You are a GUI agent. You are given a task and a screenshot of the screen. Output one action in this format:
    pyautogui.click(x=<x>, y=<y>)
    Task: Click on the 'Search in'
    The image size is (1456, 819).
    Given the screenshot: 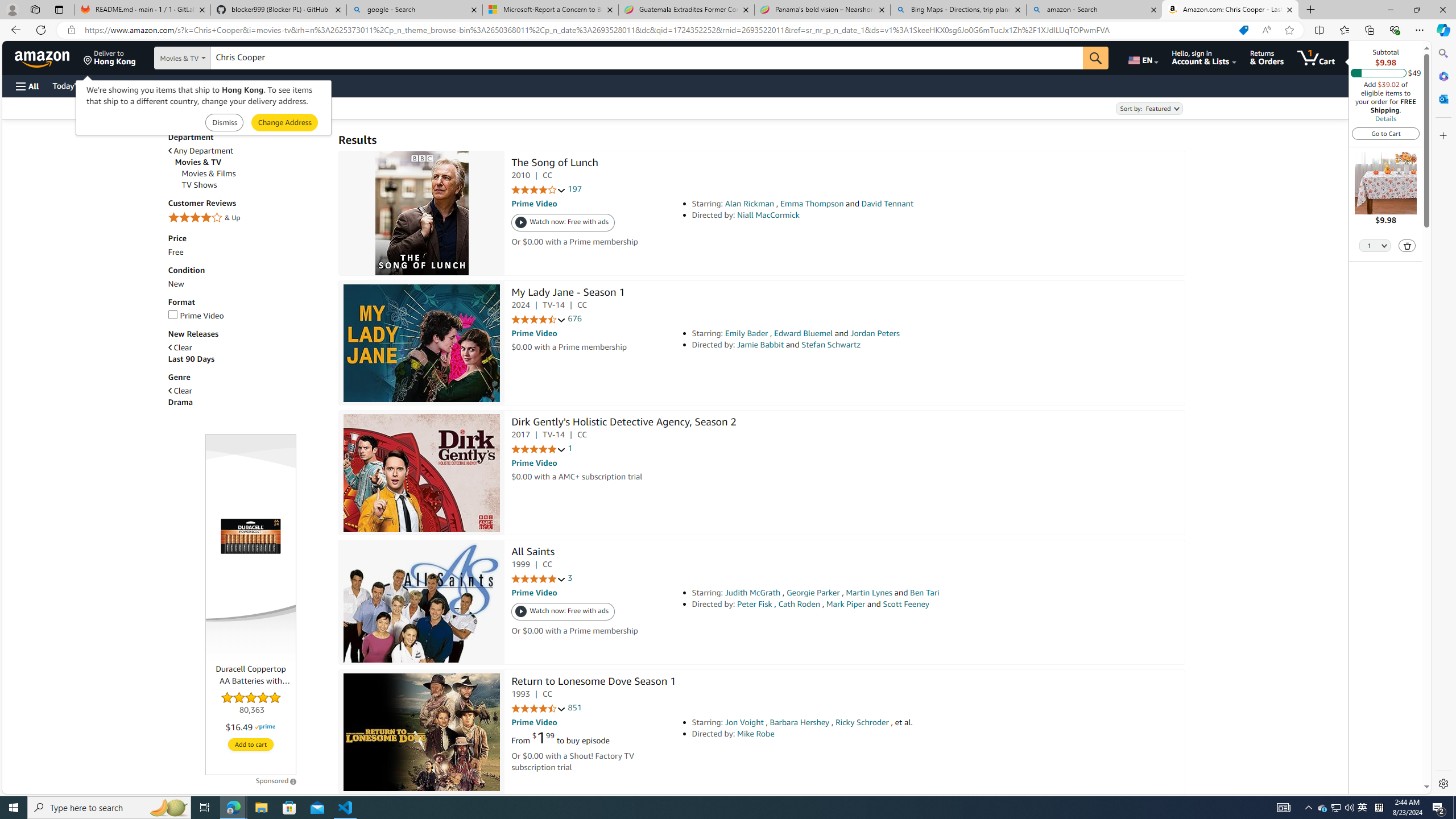 What is the action you would take?
    pyautogui.click(x=210, y=58)
    